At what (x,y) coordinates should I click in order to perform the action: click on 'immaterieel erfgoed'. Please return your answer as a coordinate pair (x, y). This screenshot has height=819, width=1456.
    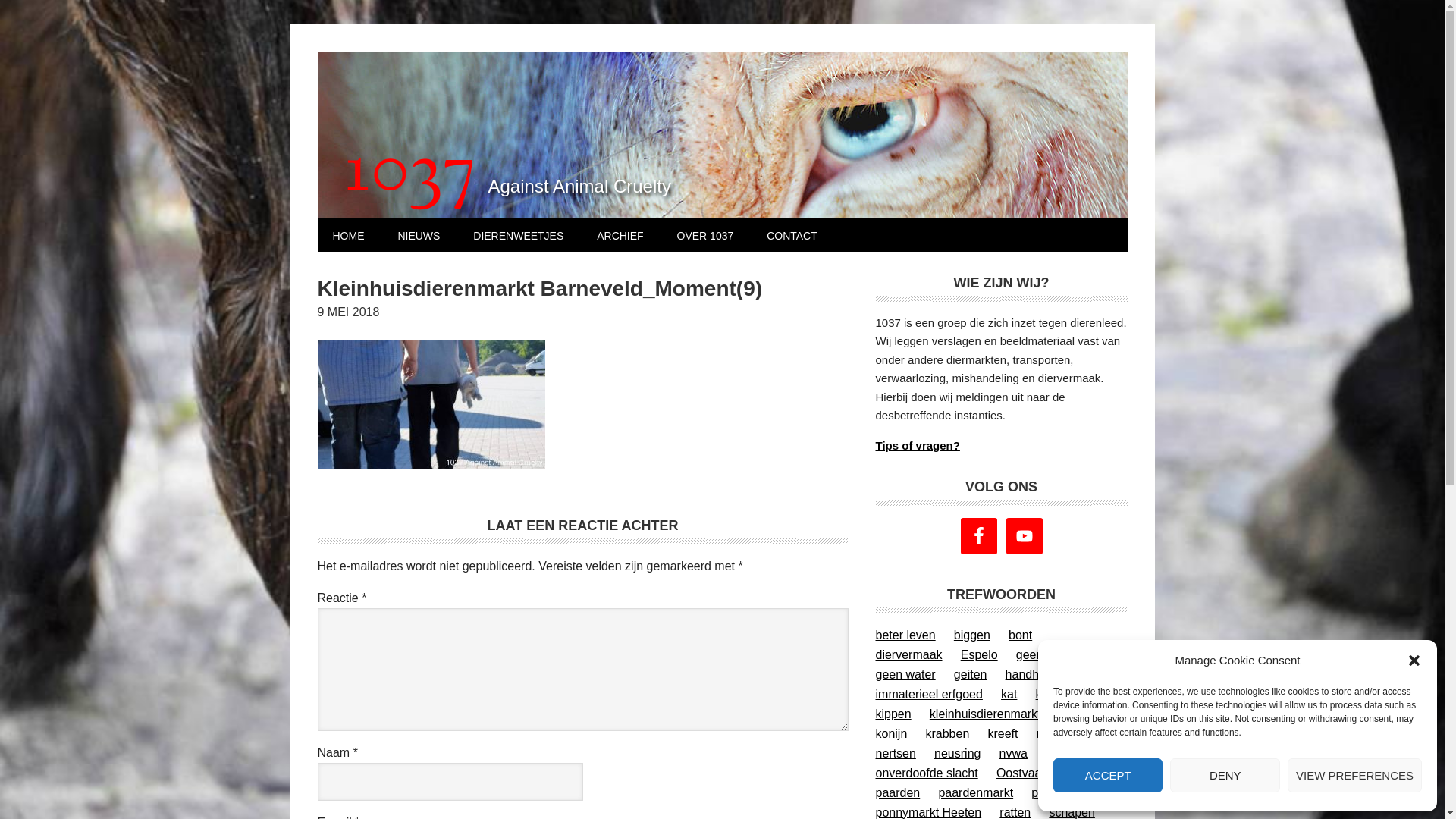
    Looking at the image, I should click on (927, 694).